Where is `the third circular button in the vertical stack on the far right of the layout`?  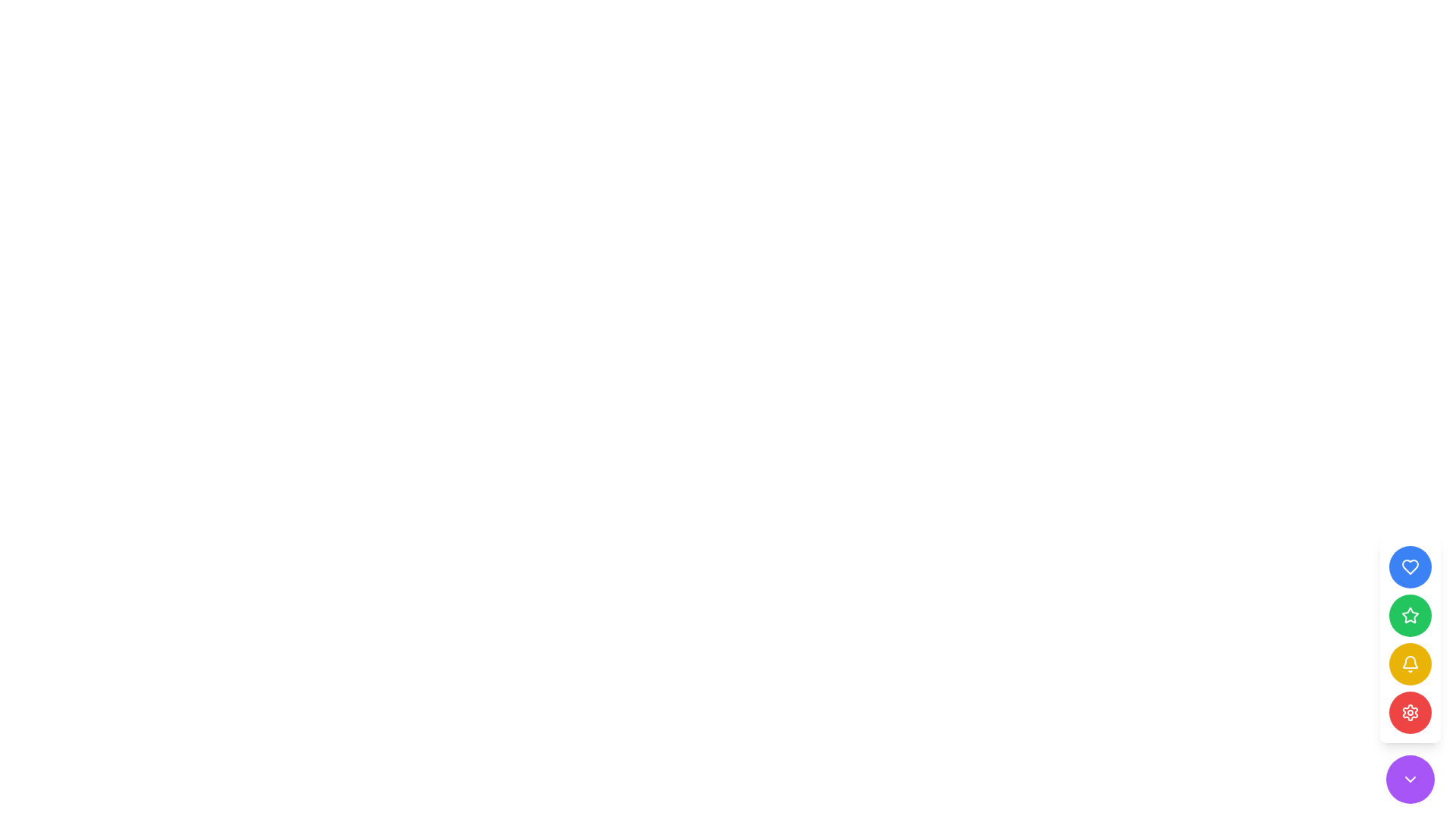 the third circular button in the vertical stack on the far right of the layout is located at coordinates (1410, 616).